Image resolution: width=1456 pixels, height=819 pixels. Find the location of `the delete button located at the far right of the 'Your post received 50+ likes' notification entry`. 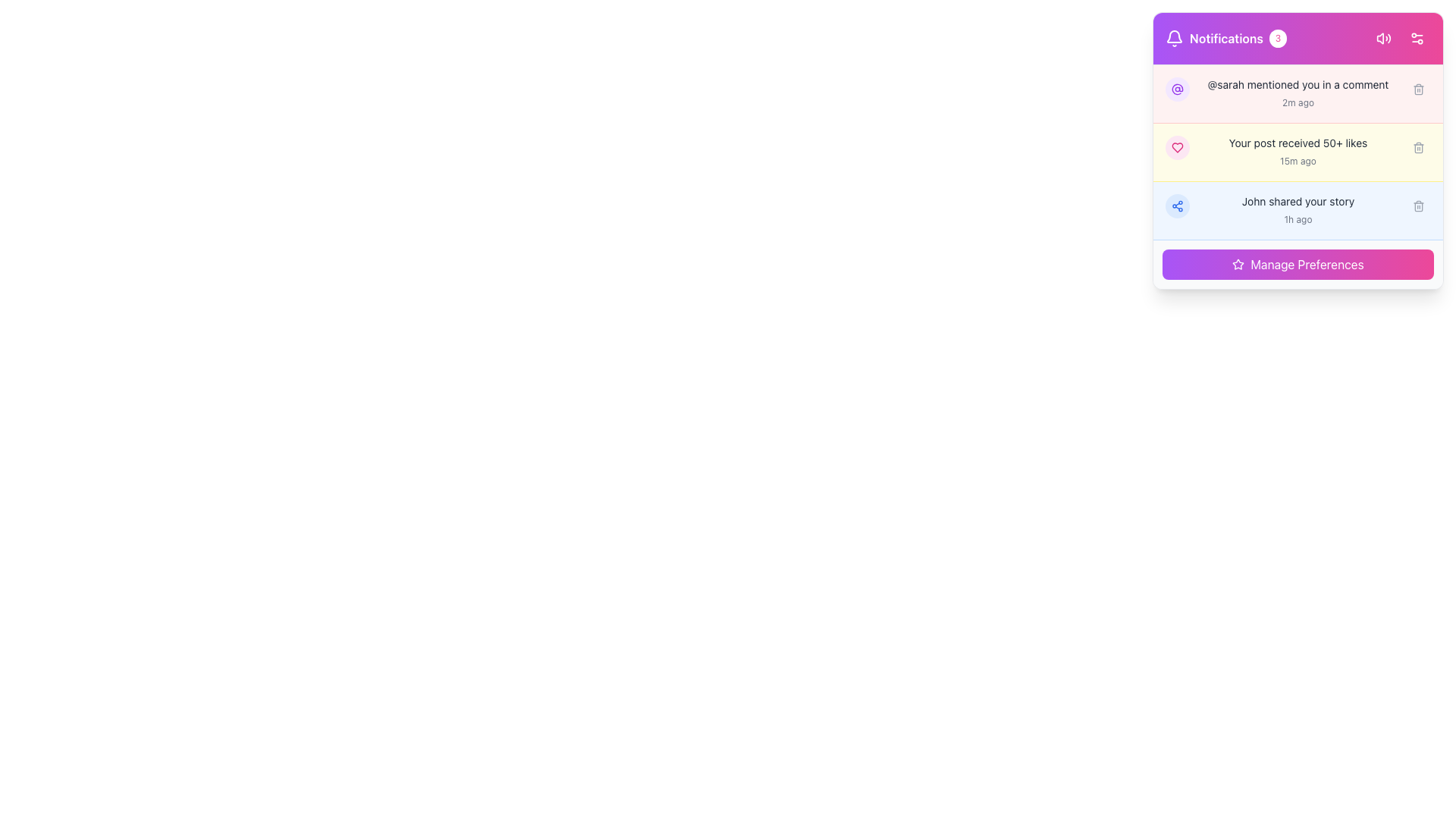

the delete button located at the far right of the 'Your post received 50+ likes' notification entry is located at coordinates (1418, 148).